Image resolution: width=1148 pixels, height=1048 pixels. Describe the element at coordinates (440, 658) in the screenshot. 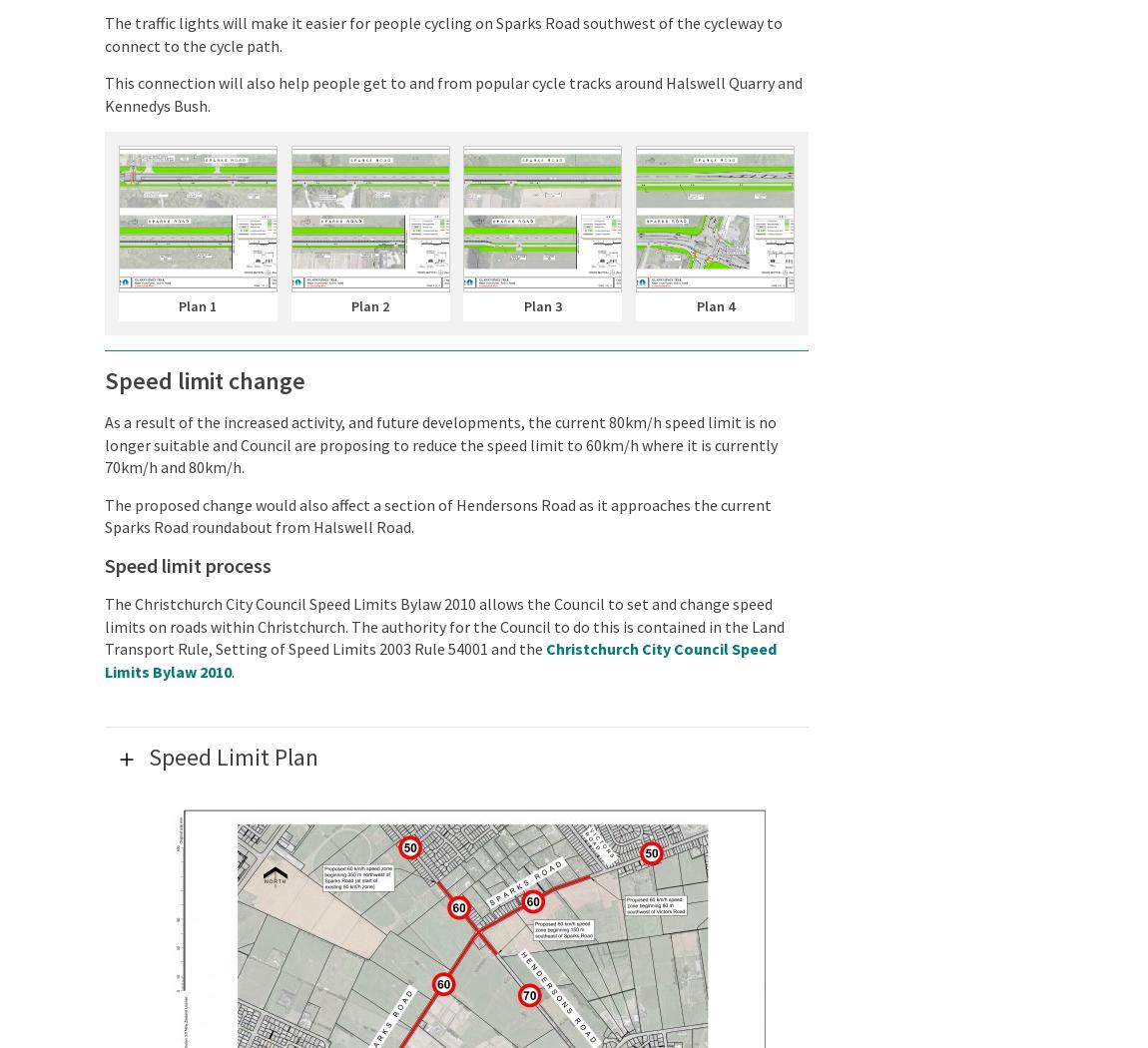

I see `'Christchurch City Council Speed Limits Bylaw 2010'` at that location.